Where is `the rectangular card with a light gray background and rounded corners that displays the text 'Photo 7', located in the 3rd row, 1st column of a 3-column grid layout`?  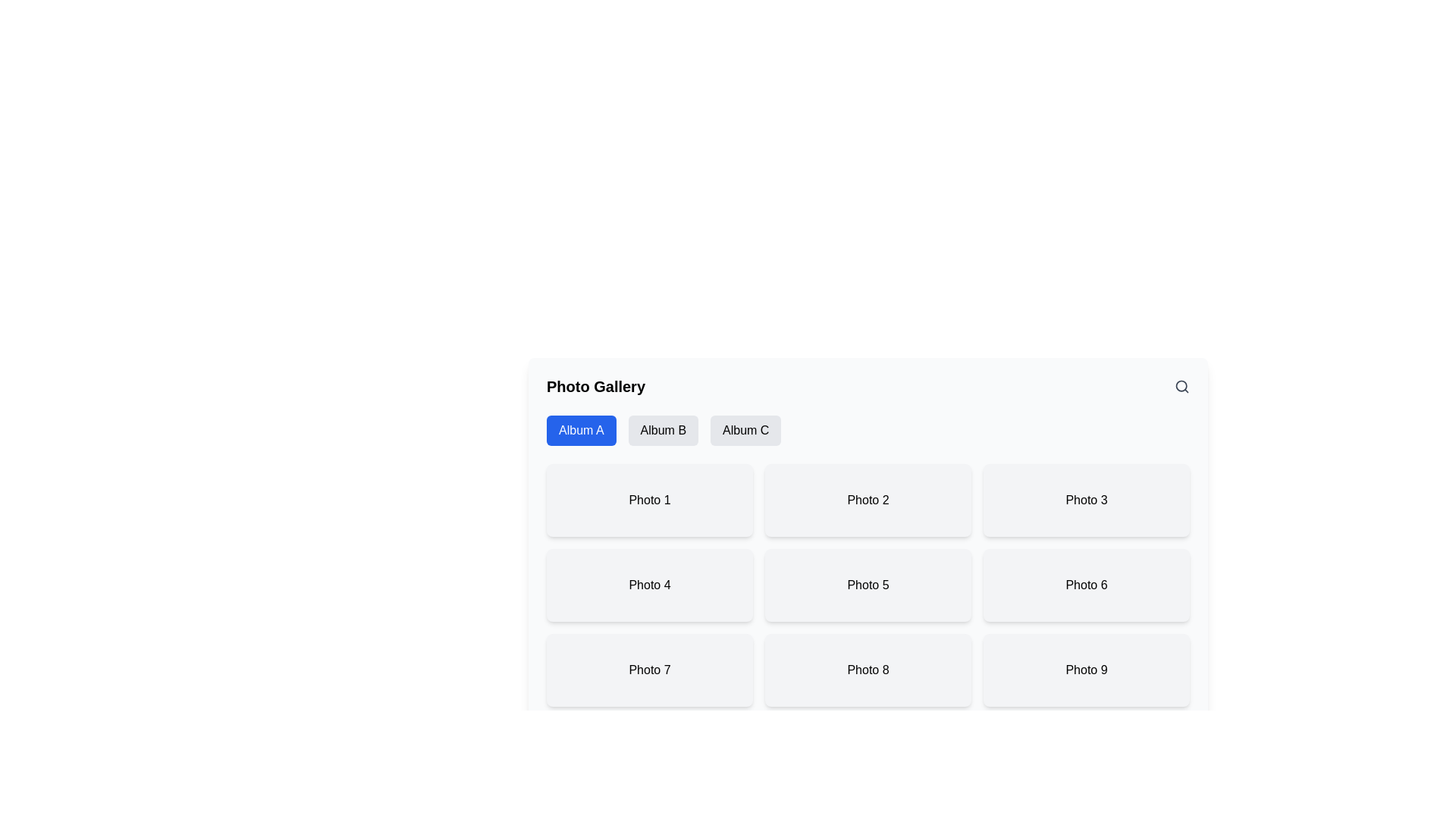 the rectangular card with a light gray background and rounded corners that displays the text 'Photo 7', located in the 3rd row, 1st column of a 3-column grid layout is located at coordinates (650, 669).